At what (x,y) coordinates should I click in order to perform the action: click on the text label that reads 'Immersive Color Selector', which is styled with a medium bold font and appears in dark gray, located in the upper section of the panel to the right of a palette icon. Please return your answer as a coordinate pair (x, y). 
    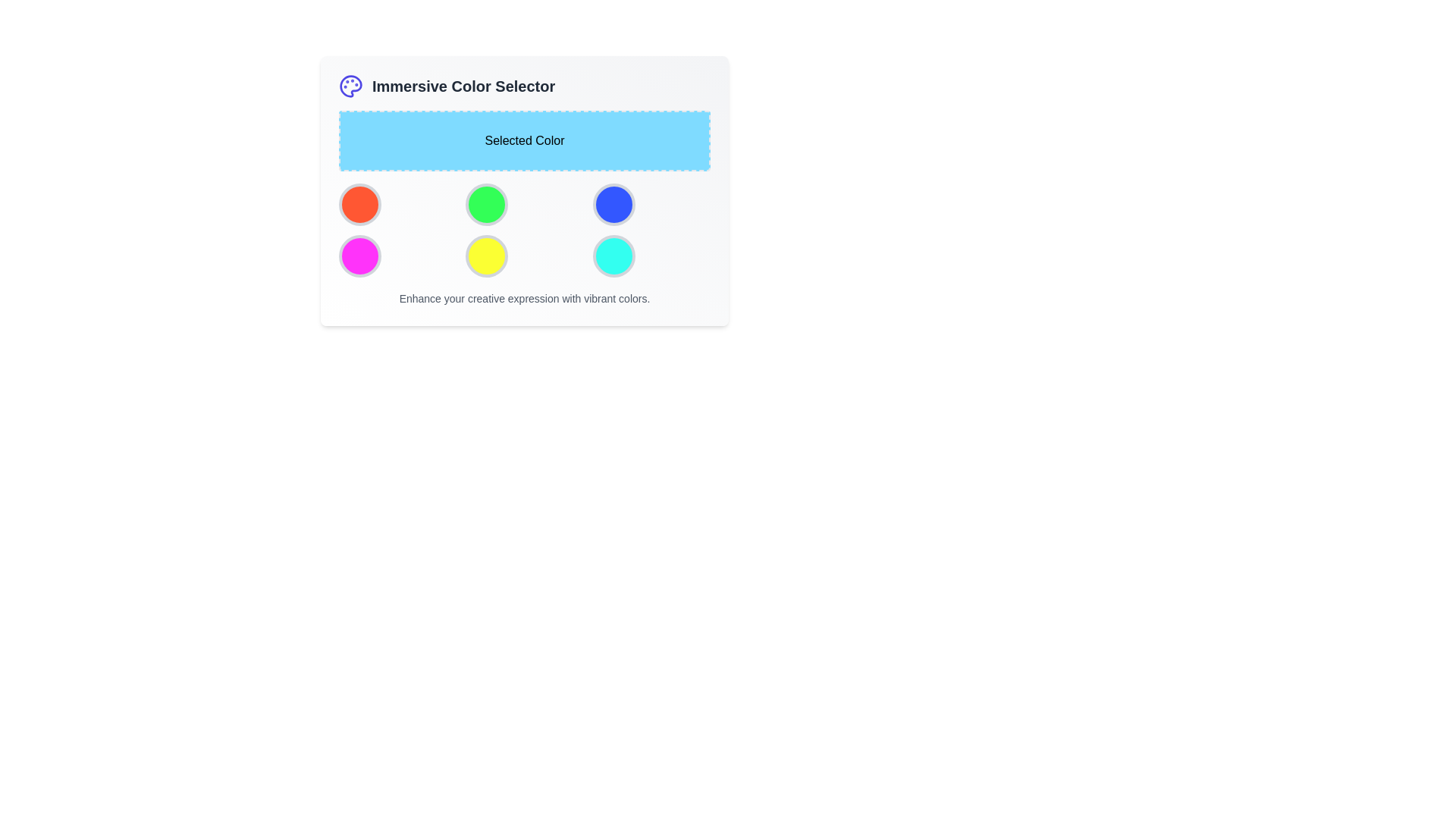
    Looking at the image, I should click on (463, 86).